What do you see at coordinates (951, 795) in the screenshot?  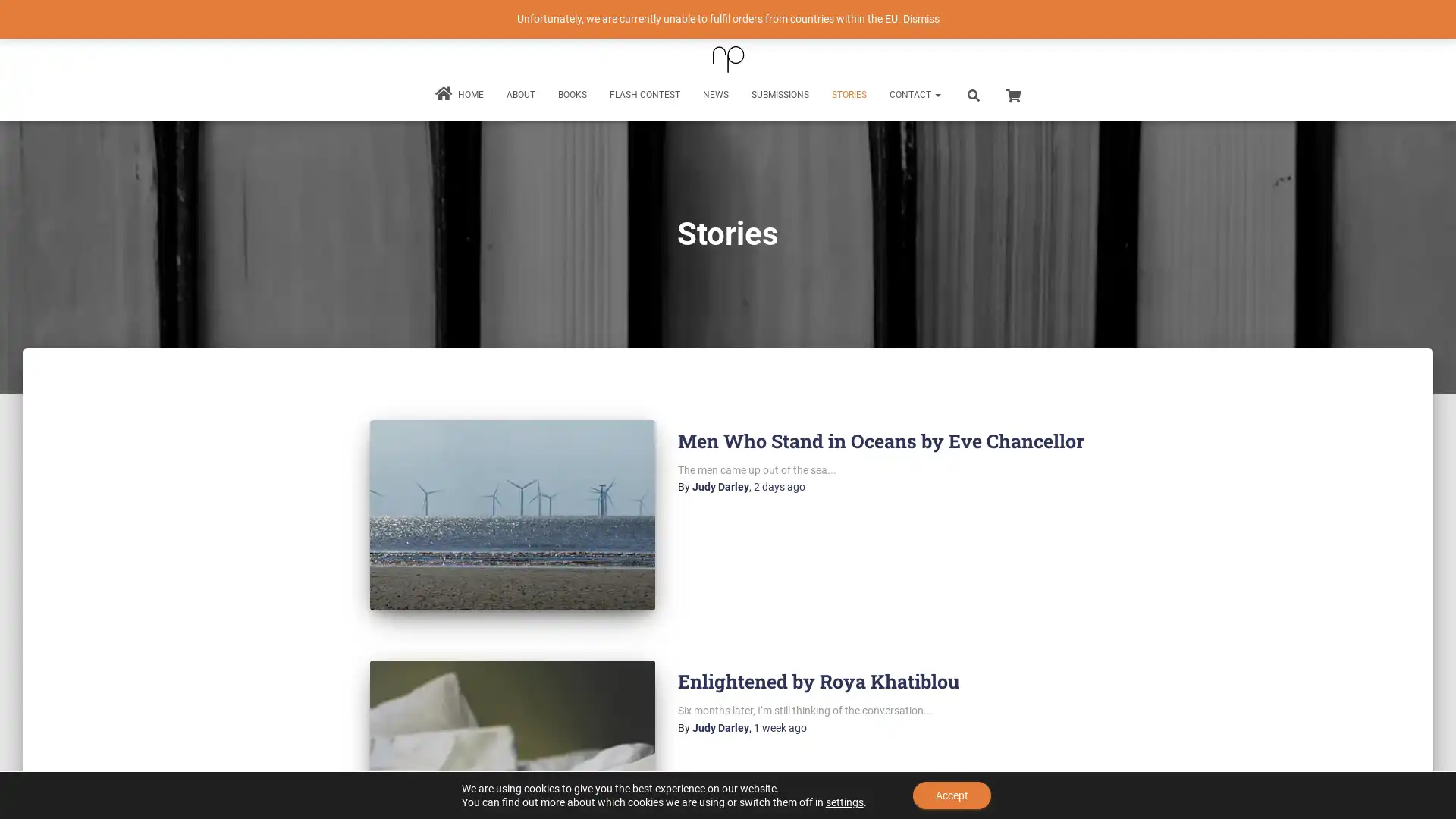 I see `Accept` at bounding box center [951, 795].